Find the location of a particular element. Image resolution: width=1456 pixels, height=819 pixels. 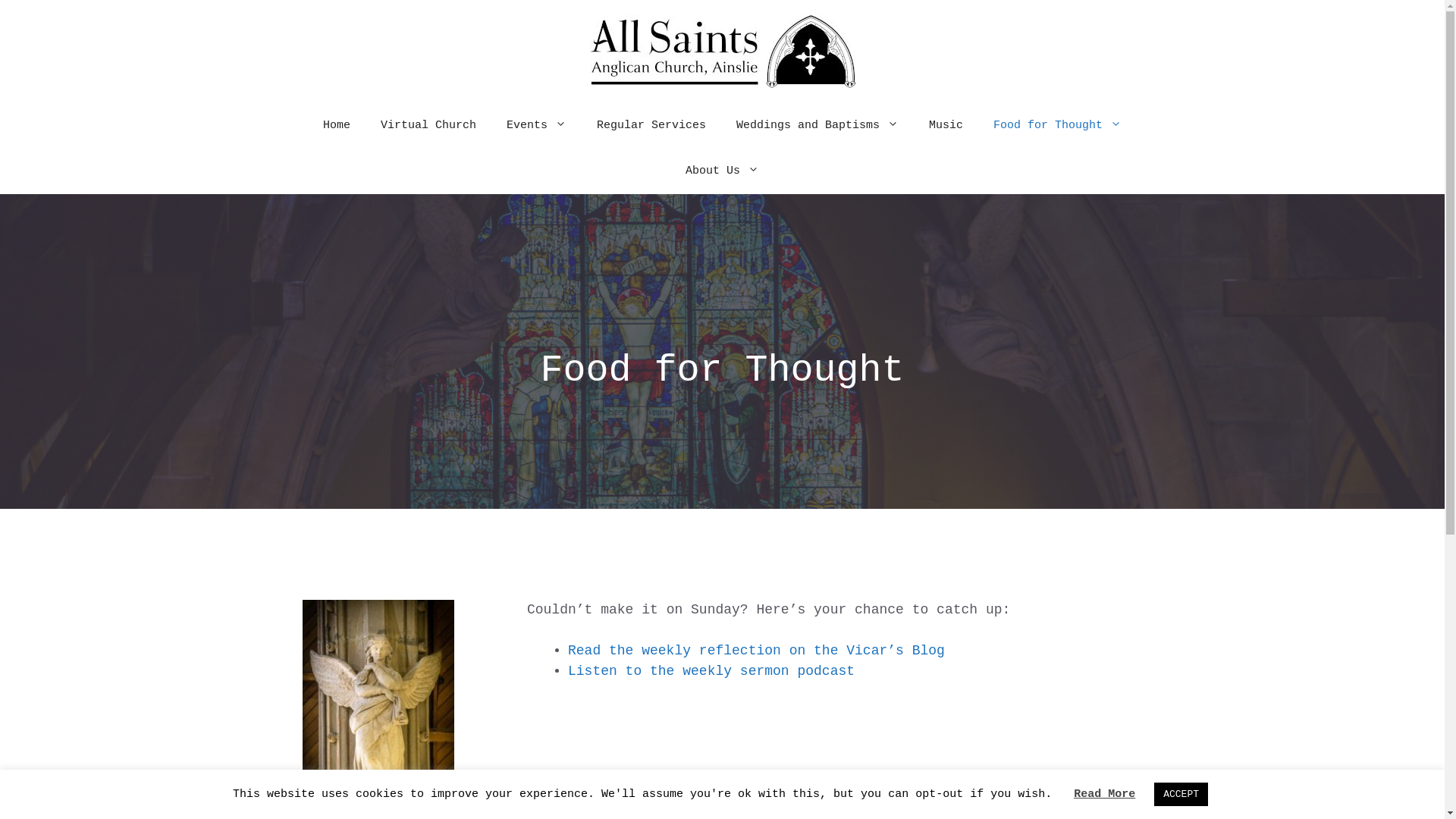

'Listen to the weekly sermon podcast' is located at coordinates (710, 670).